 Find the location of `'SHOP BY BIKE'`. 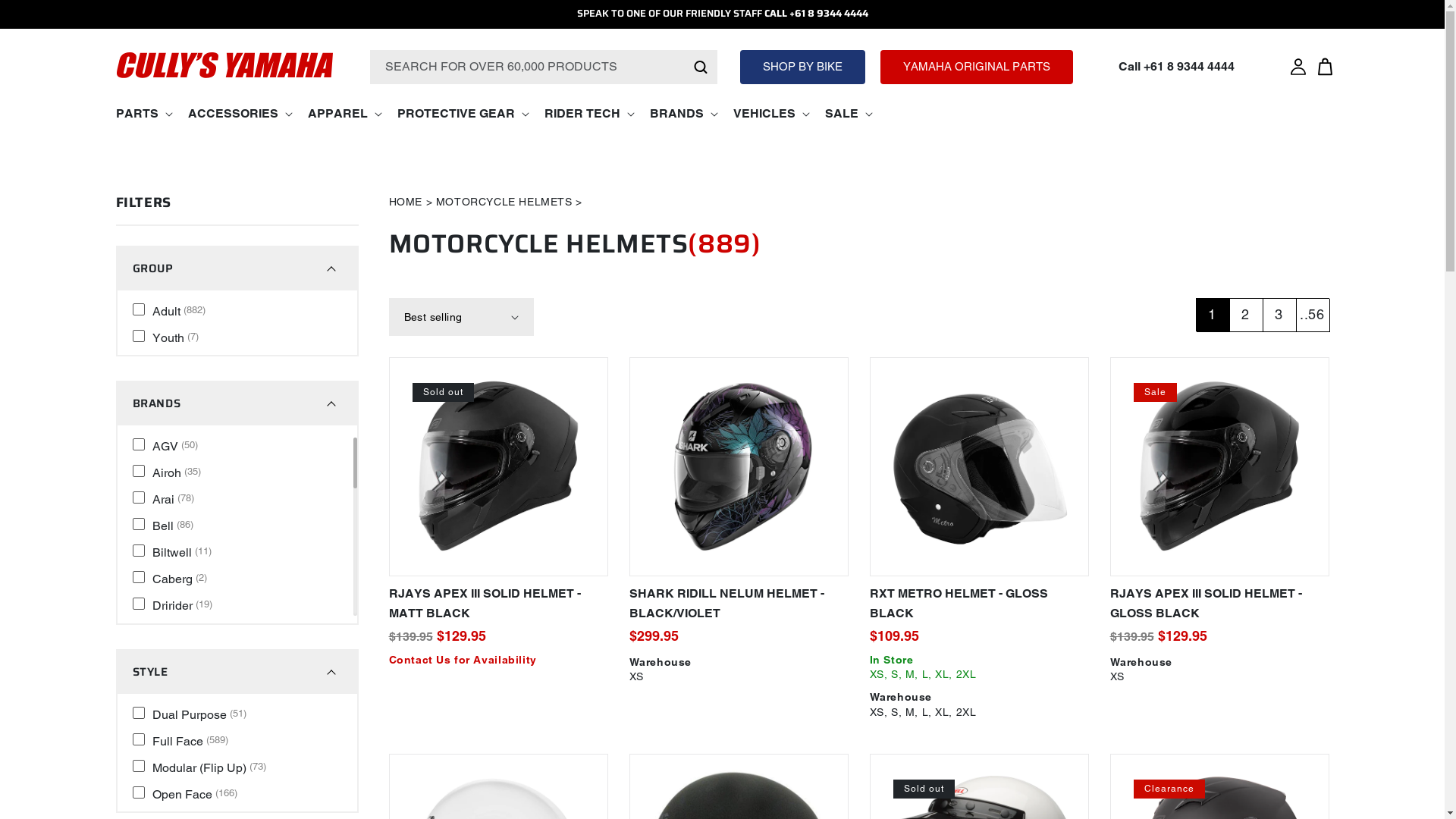

'SHOP BY BIKE' is located at coordinates (802, 66).